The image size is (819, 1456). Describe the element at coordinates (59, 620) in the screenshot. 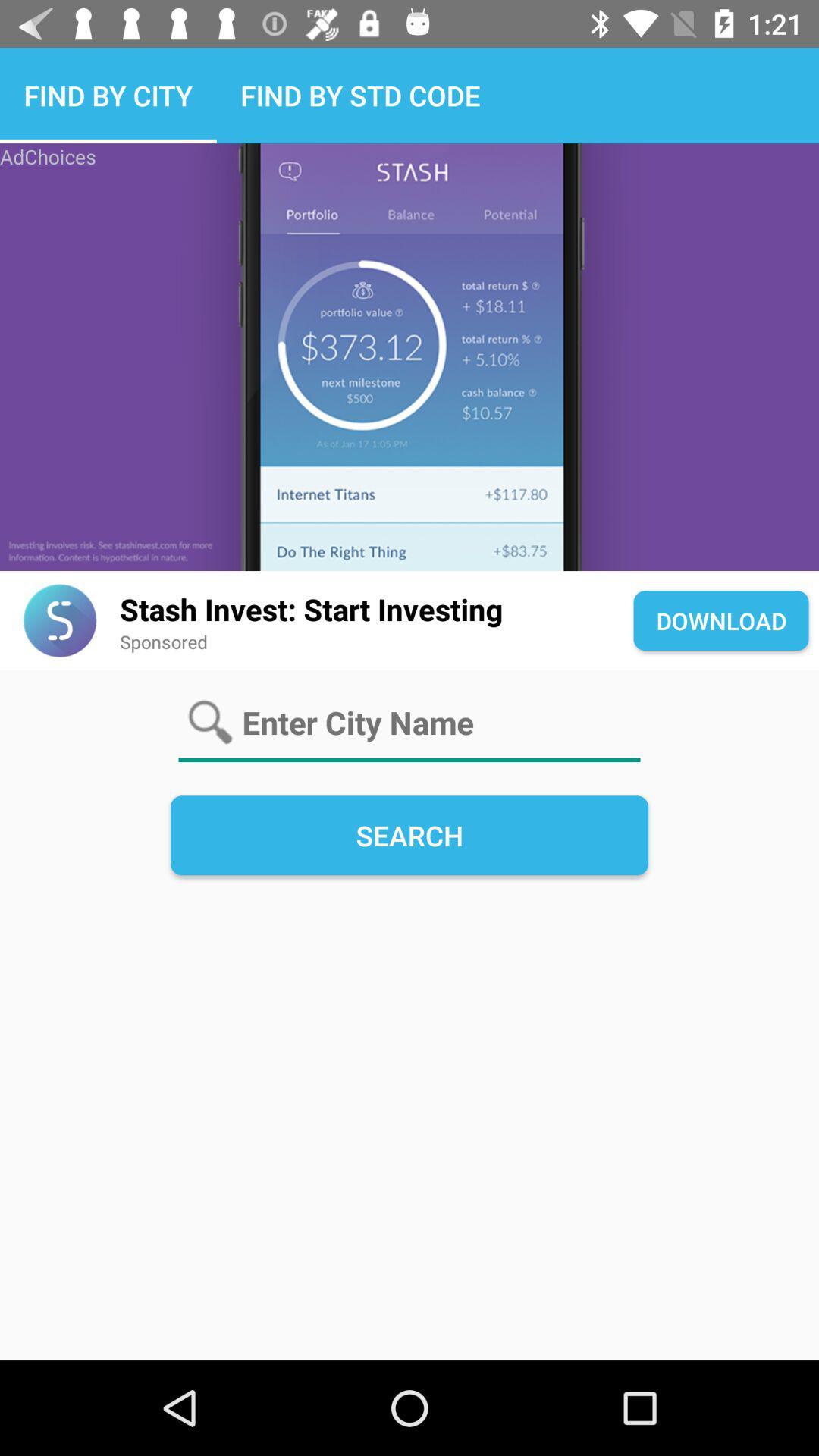

I see `app icon` at that location.